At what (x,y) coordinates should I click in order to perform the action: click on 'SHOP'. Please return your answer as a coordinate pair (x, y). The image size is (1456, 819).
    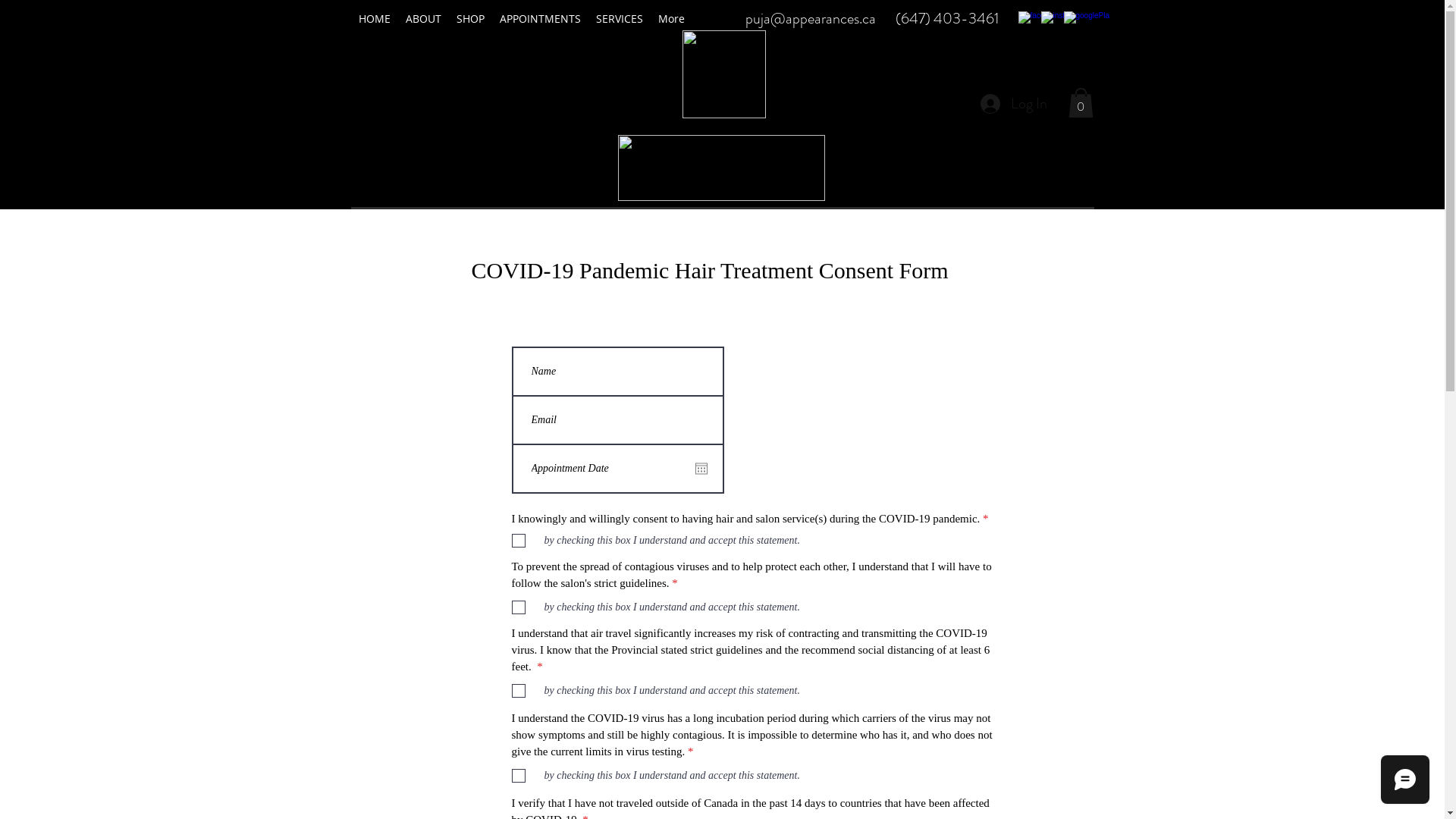
    Looking at the image, I should click on (447, 18).